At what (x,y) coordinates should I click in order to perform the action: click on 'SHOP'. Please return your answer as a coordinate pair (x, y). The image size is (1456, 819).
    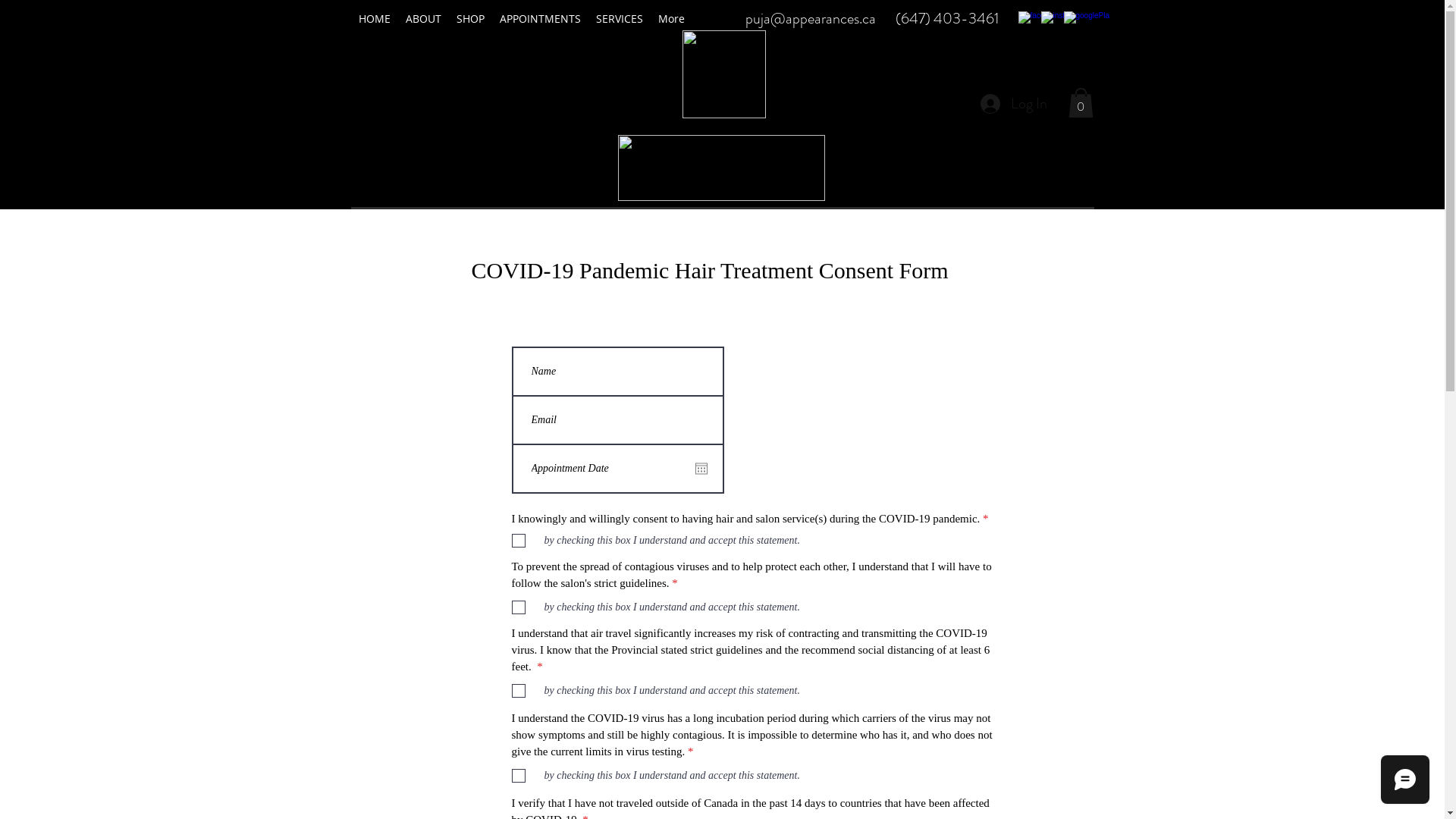
    Looking at the image, I should click on (447, 18).